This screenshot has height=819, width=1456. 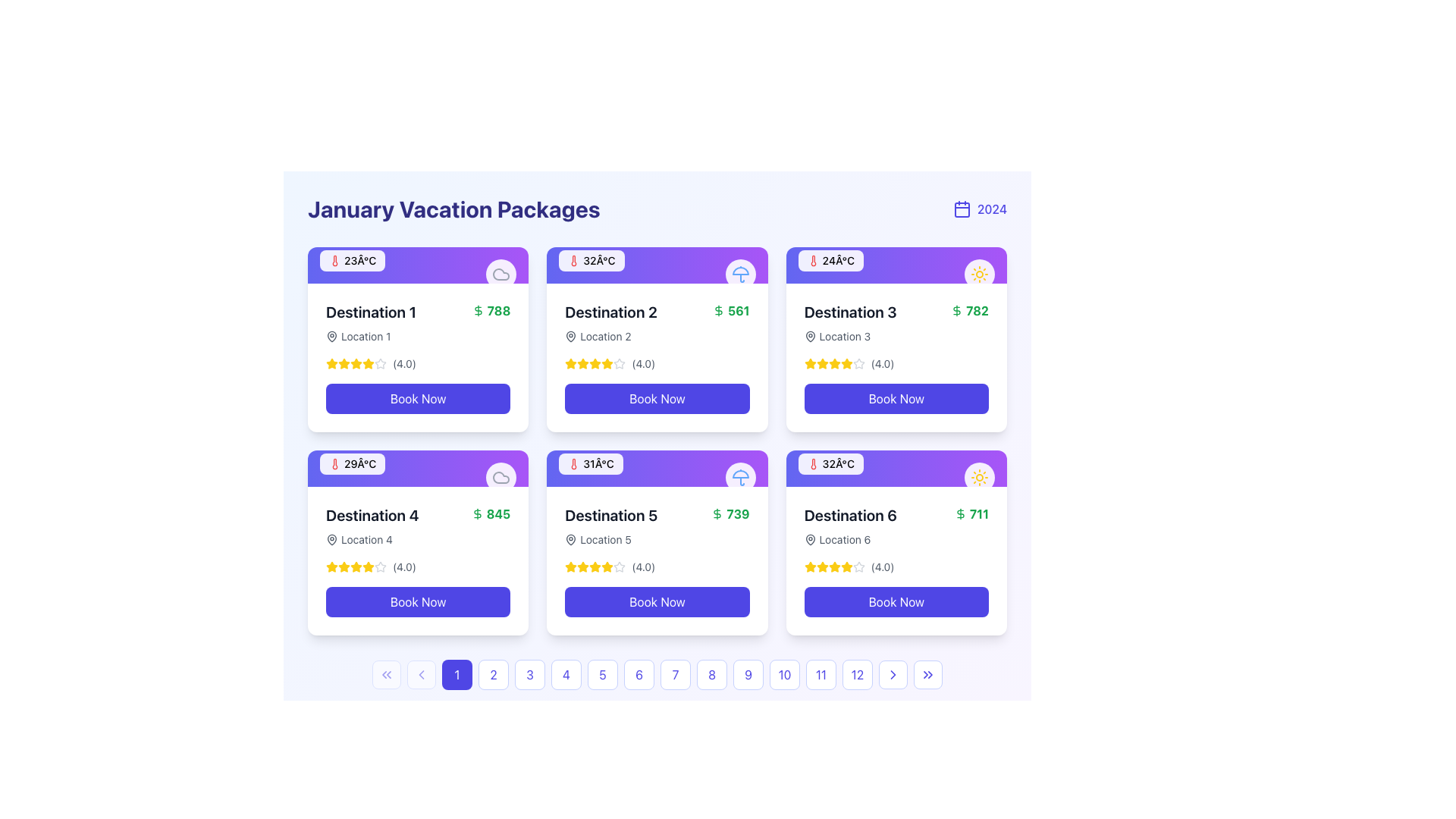 I want to click on the fourth star icon in the rating system for the second vacation package card, which is a thin, outlined star-shaped icon located underneath the title and location description, so click(x=620, y=363).